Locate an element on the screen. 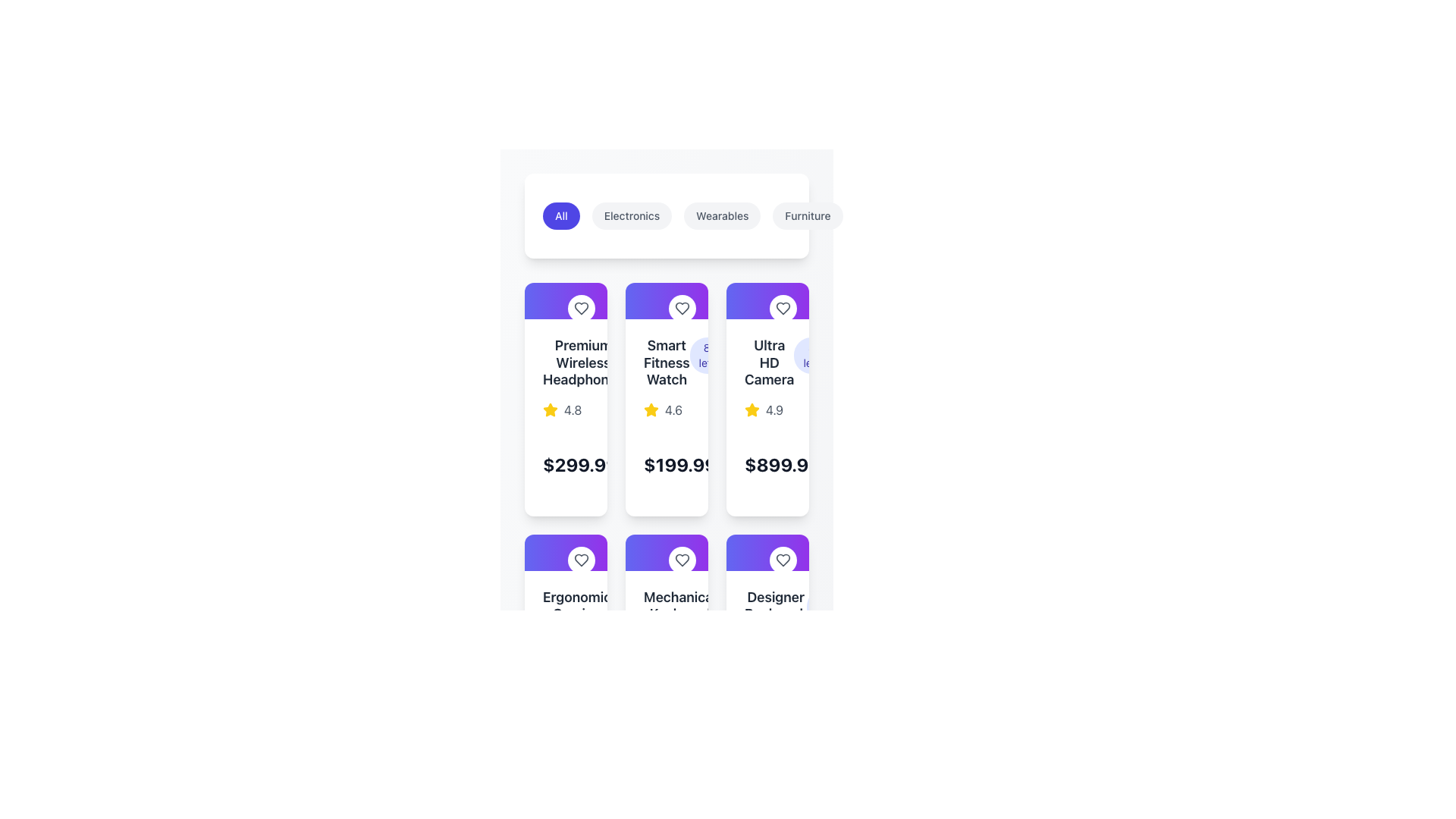  text display showing 'Ergonomic Gaming Chair' and '12 left' for product availability information is located at coordinates (565, 614).